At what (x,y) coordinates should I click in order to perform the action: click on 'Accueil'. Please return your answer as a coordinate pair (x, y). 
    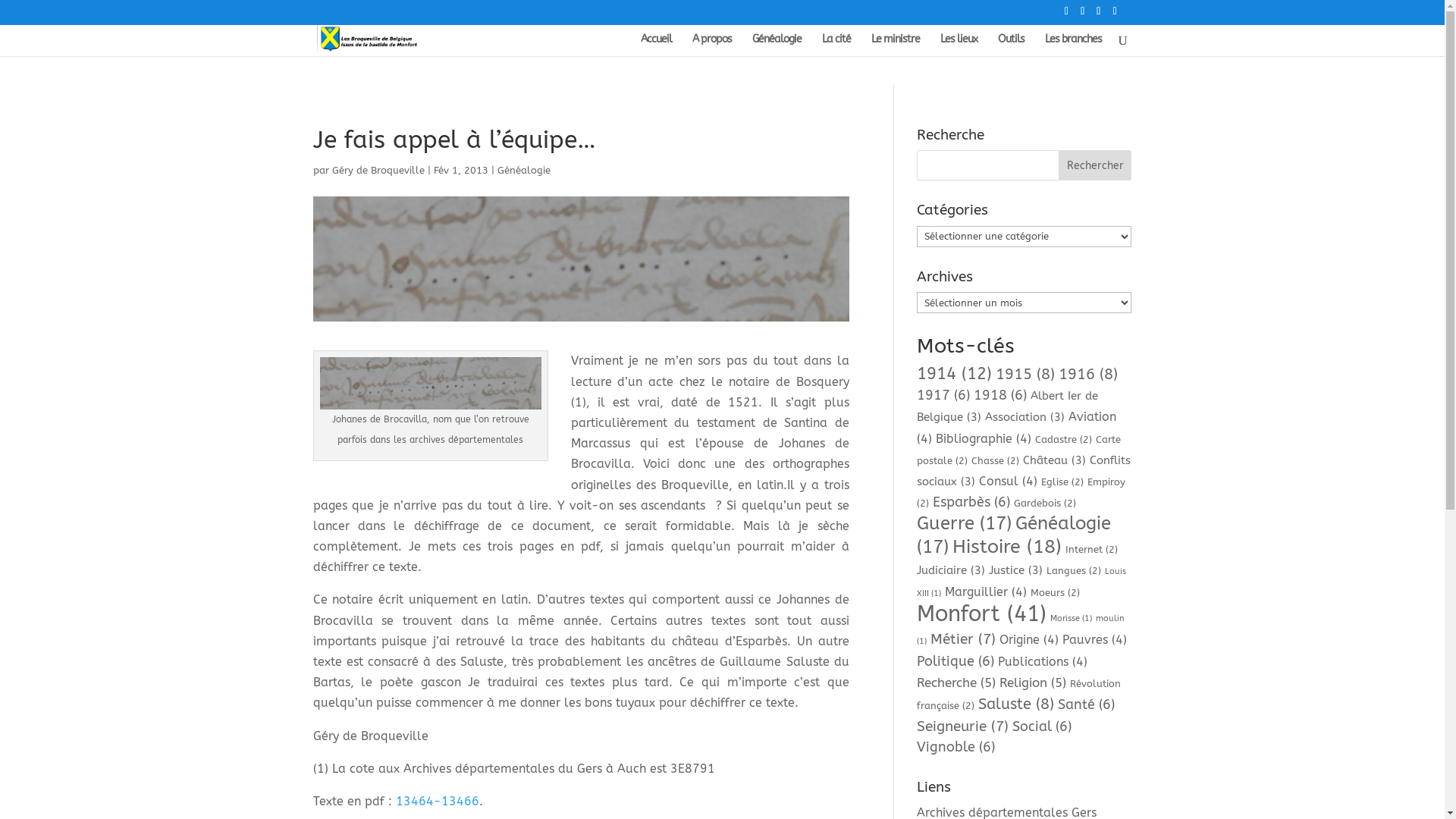
    Looking at the image, I should click on (655, 44).